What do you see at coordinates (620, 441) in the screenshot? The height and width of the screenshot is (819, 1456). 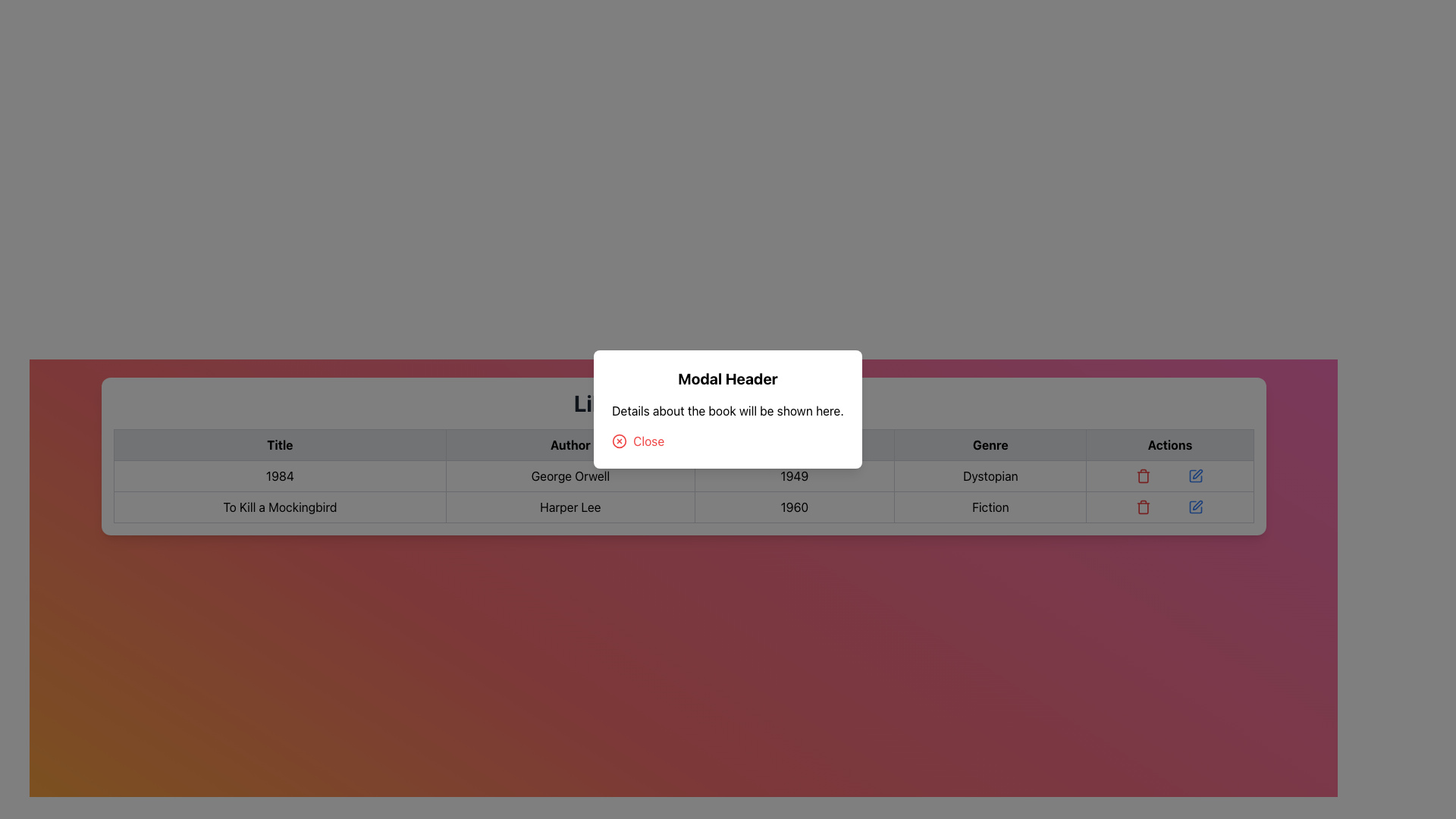 I see `the close icon located at the bottom right of the modal dialog` at bounding box center [620, 441].